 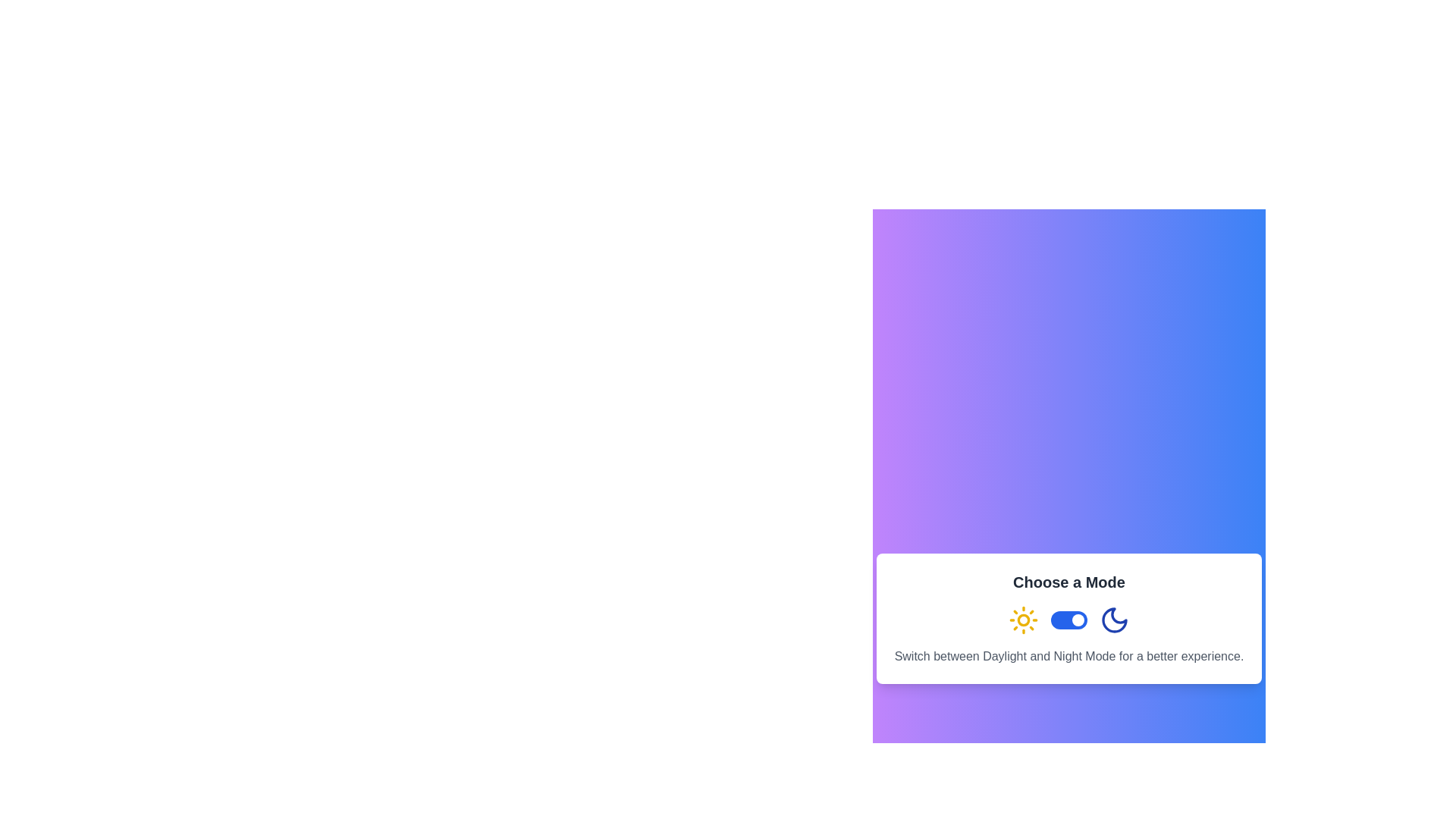 What do you see at coordinates (1068, 620) in the screenshot?
I see `the toggle switch located in the second row of the 'Choose a Mode' box to switch modes from 'on' to 'off'` at bounding box center [1068, 620].